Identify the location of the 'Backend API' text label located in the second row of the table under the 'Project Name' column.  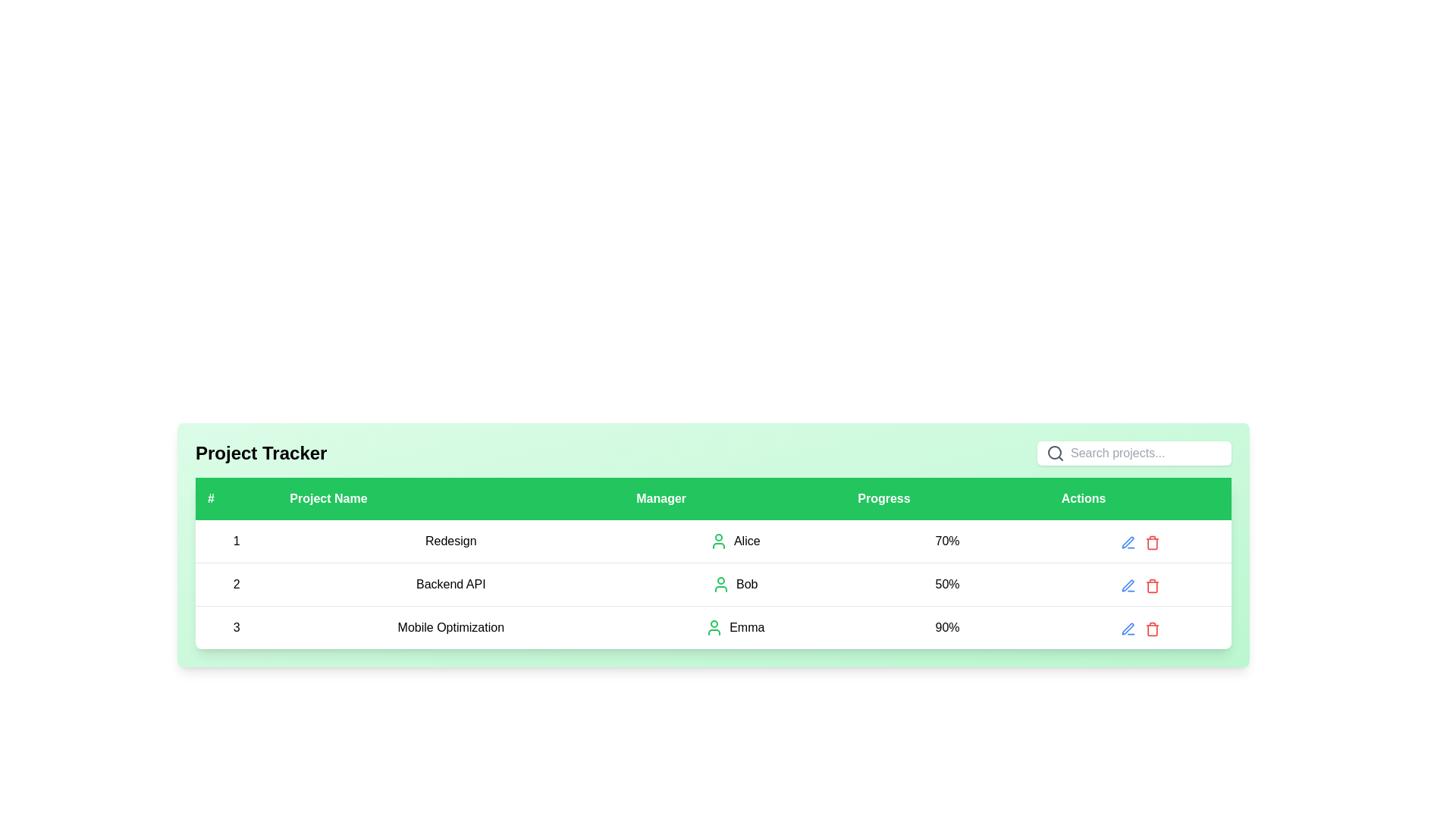
(450, 584).